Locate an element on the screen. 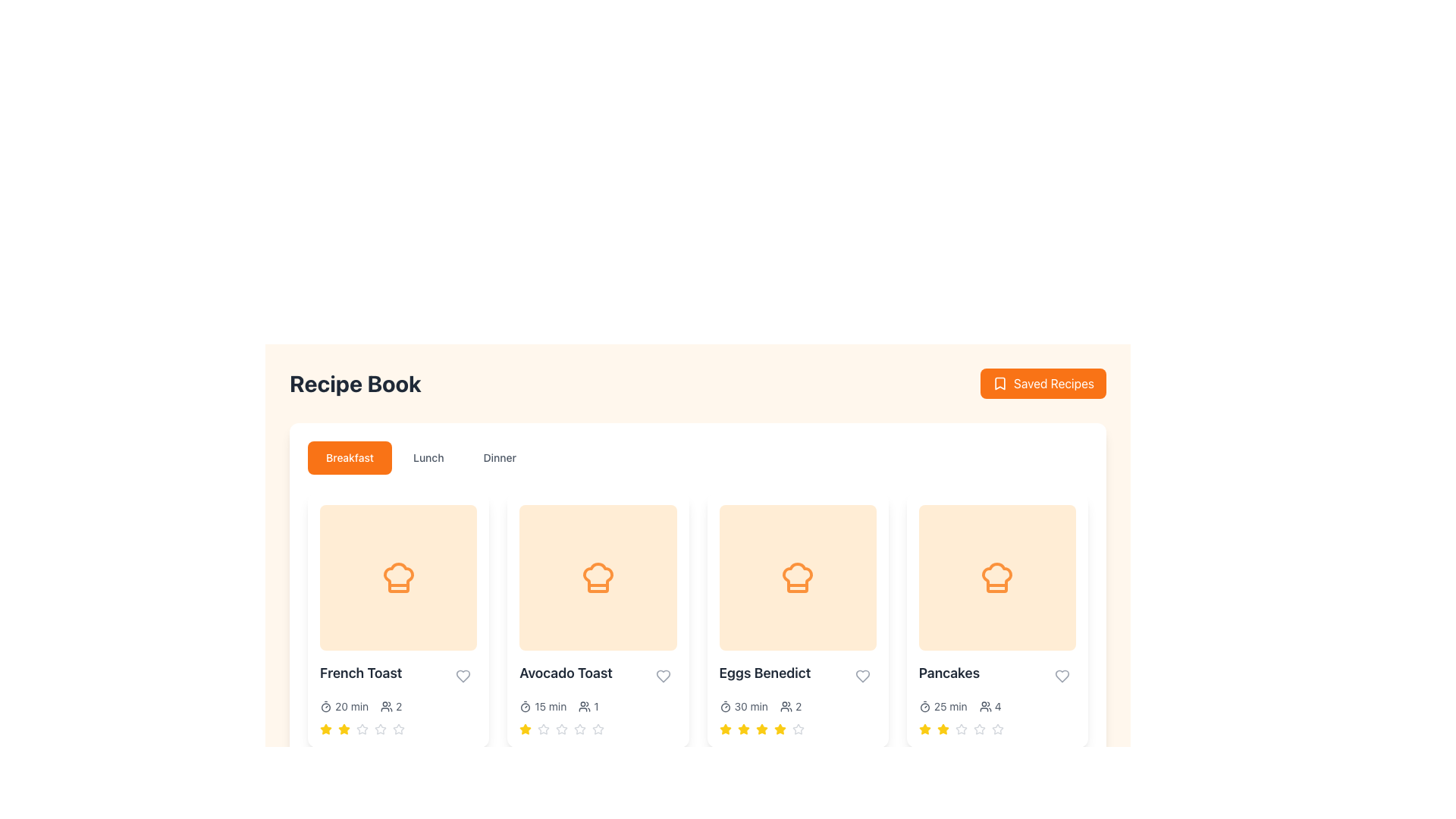  the 'Dinner' filter button is located at coordinates (500, 457).